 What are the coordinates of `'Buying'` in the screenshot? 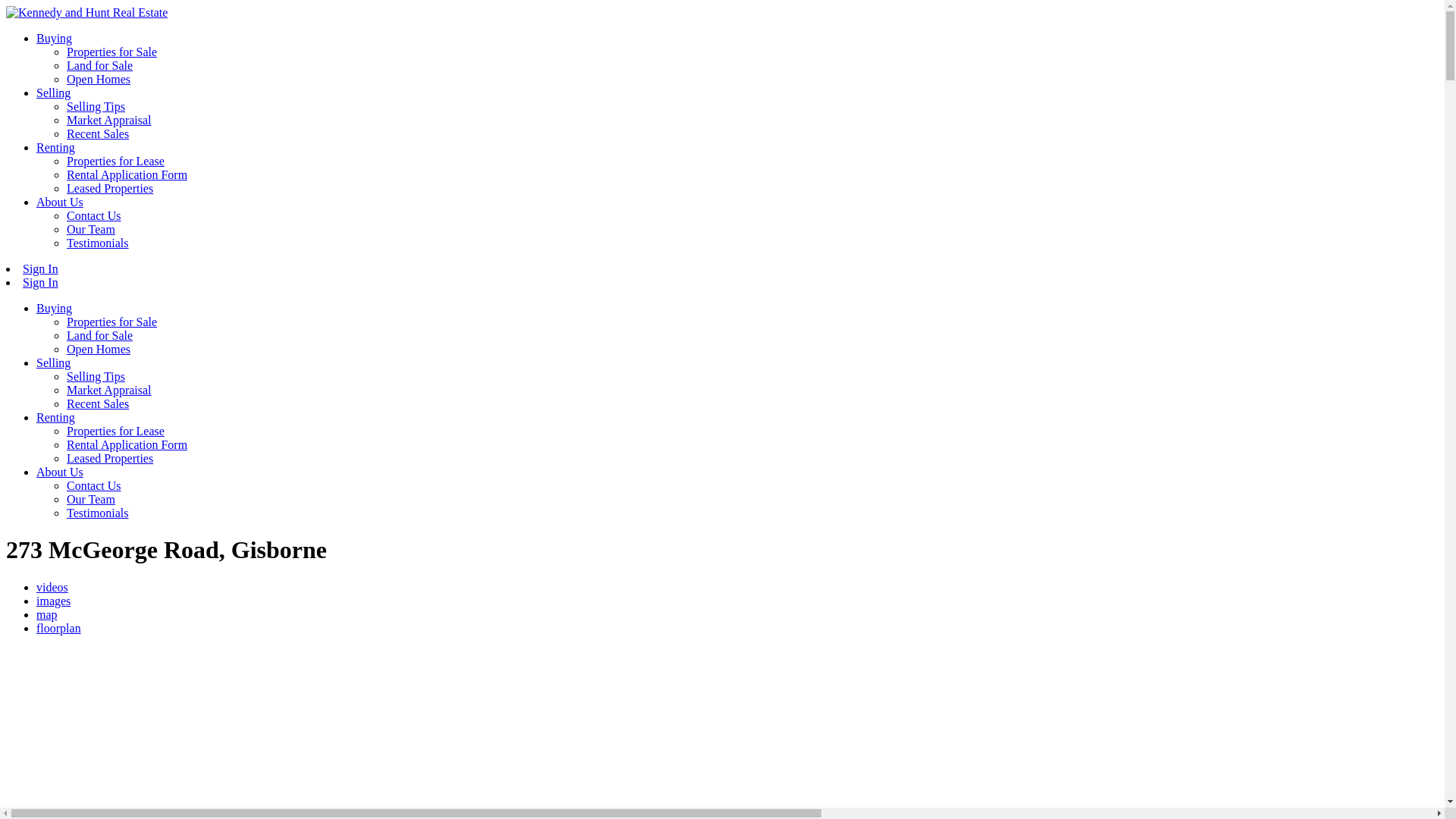 It's located at (54, 37).